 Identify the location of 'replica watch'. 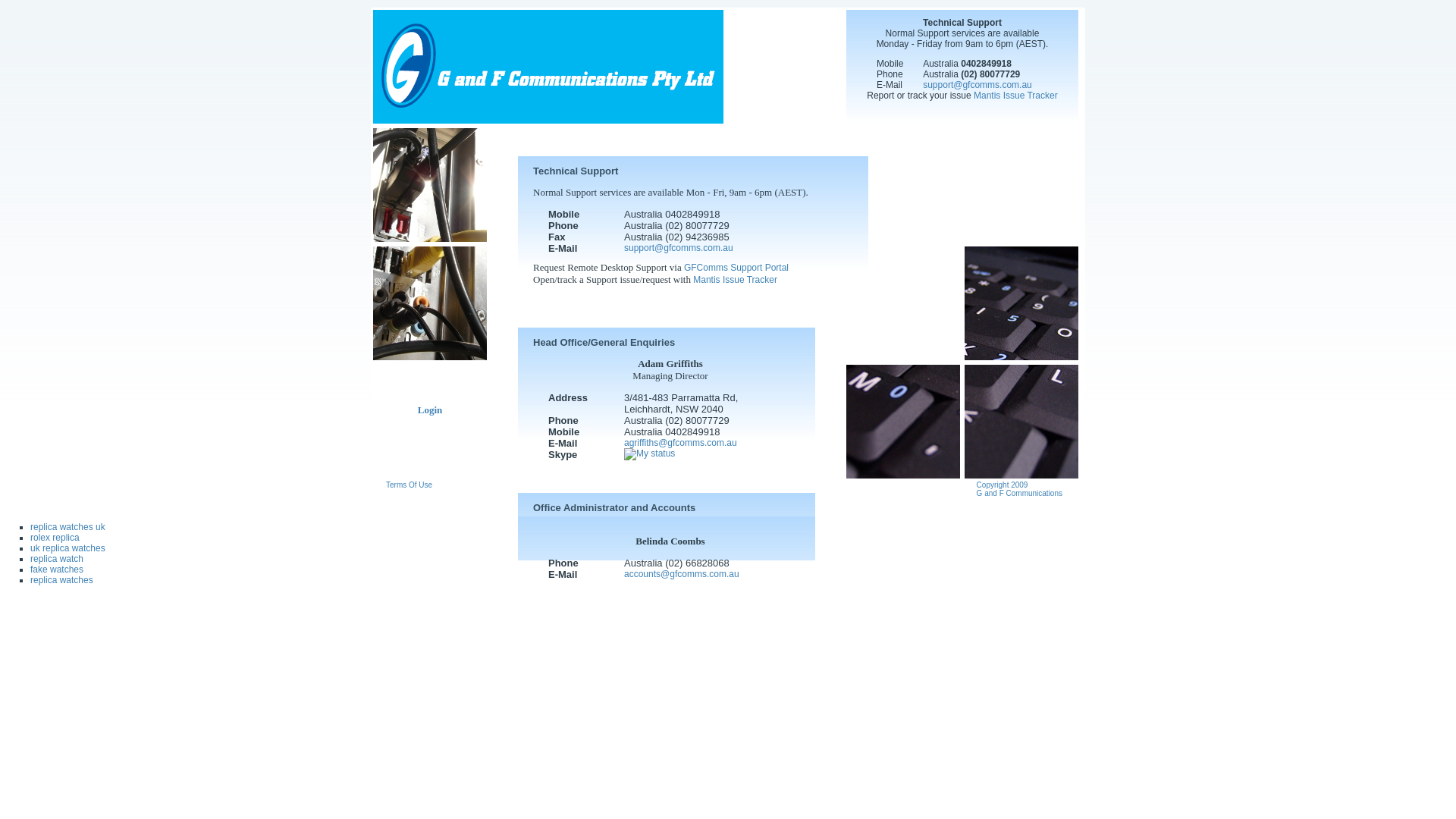
(57, 558).